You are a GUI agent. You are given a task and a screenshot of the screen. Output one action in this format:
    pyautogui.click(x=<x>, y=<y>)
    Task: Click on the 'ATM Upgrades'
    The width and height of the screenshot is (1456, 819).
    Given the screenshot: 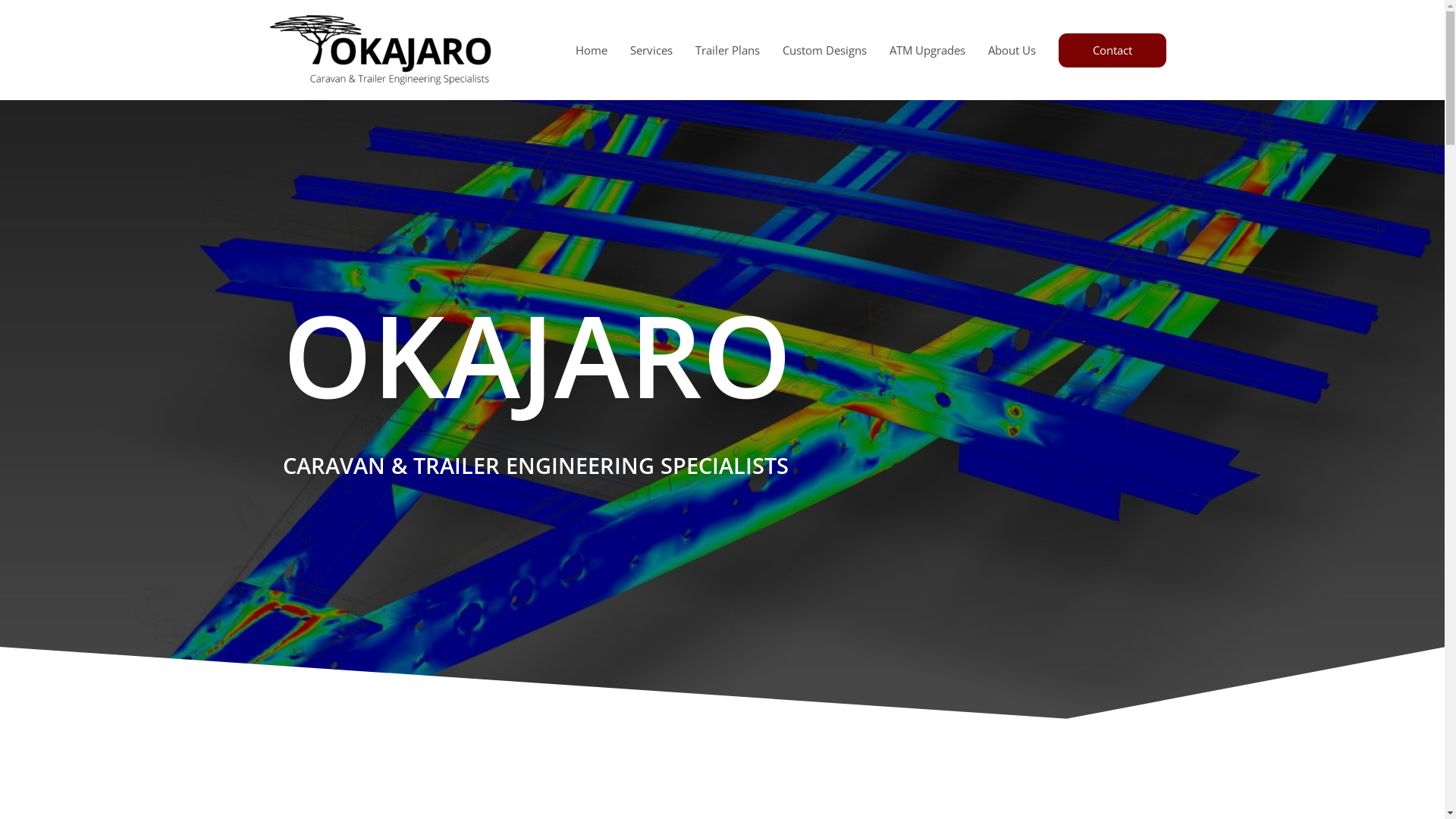 What is the action you would take?
    pyautogui.click(x=877, y=49)
    